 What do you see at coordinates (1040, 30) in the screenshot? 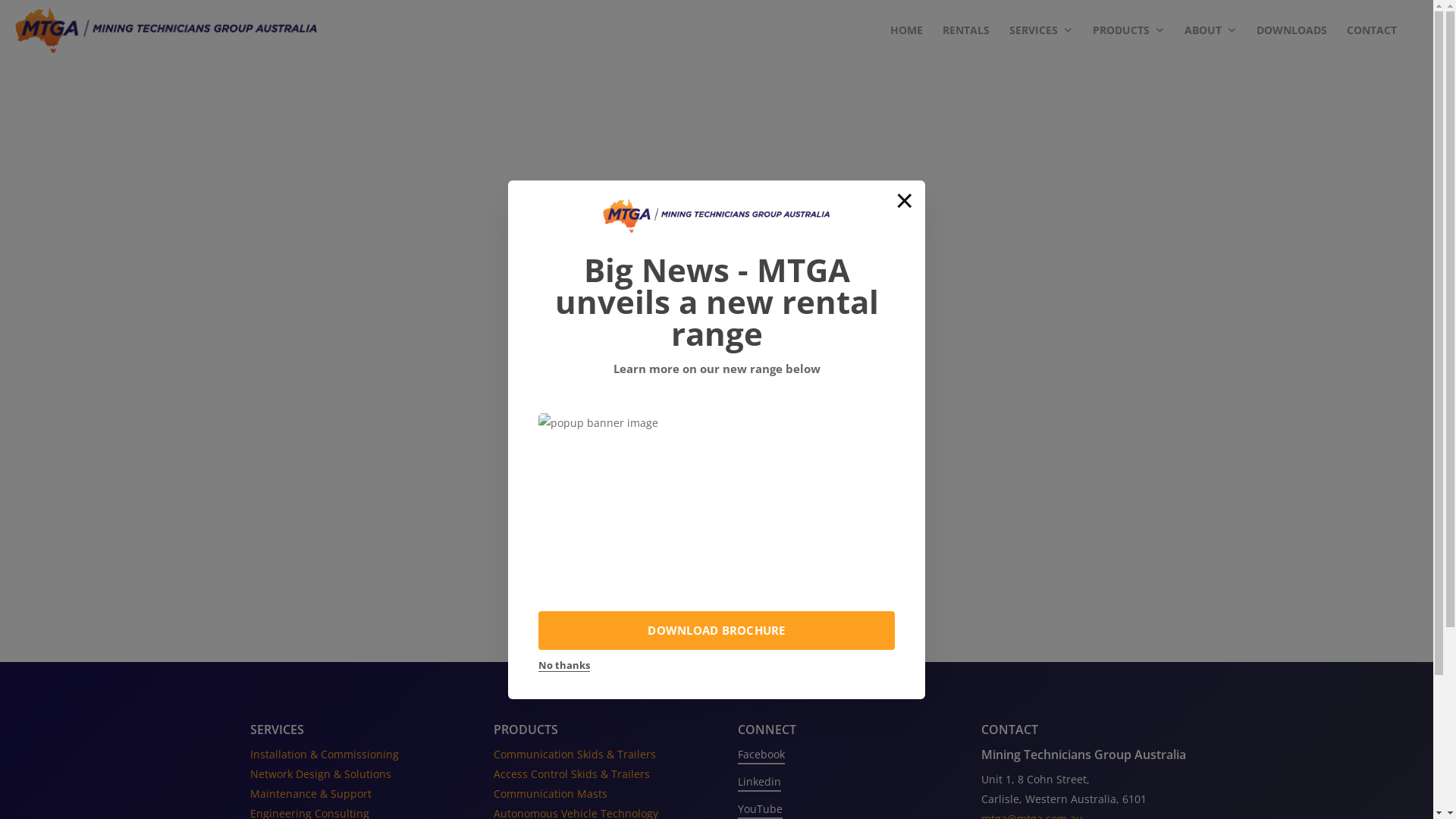
I see `'SERVICES'` at bounding box center [1040, 30].